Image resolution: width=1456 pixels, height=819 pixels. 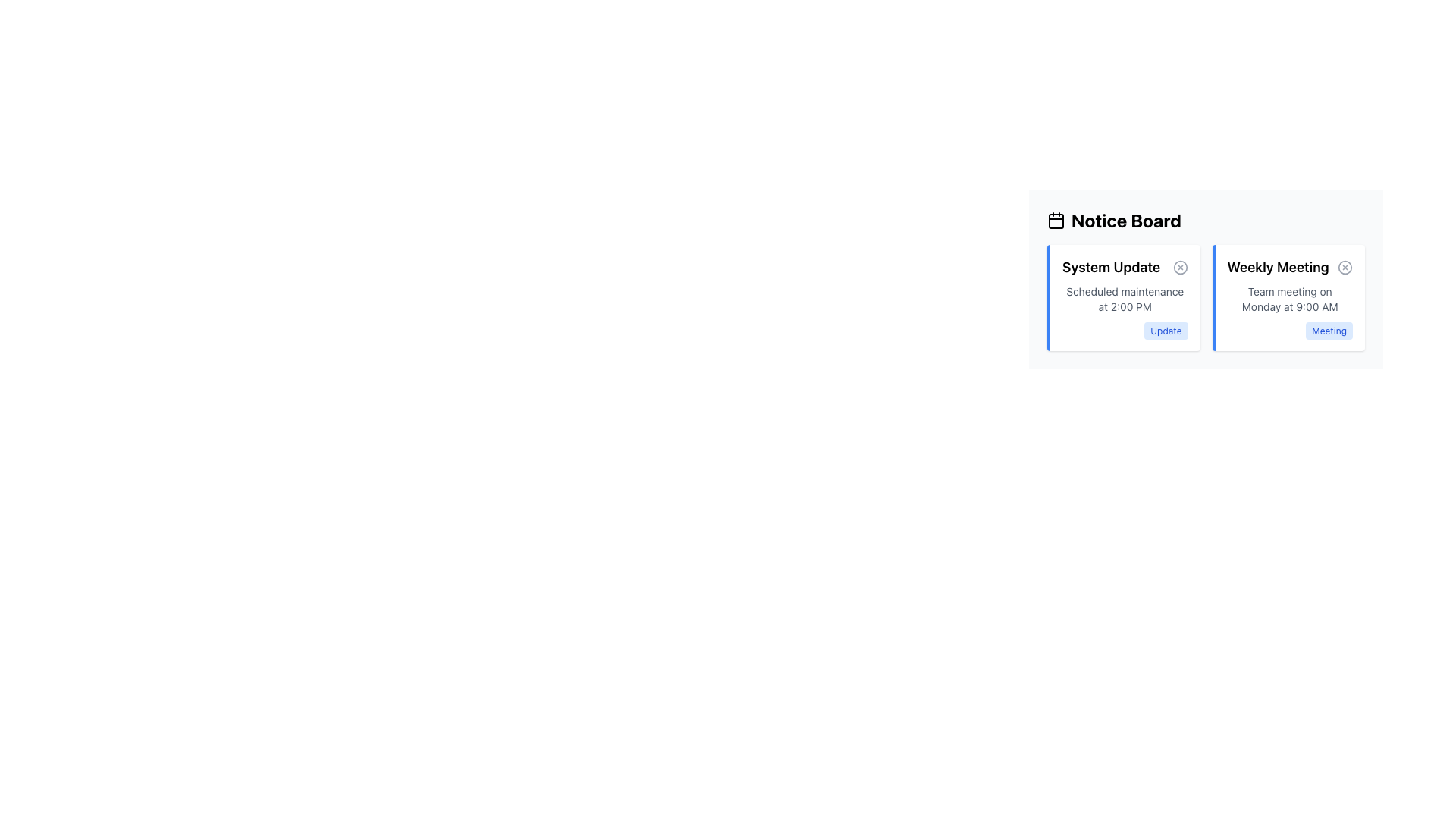 What do you see at coordinates (1289, 299) in the screenshot?
I see `the Text label that conveys specific details about a scheduled team meeting located beneath the 'Weekly Meeting' header and above the 'Meeting' label in the 'Weekly Meeting' card on the right side of the 'Notice Board' section` at bounding box center [1289, 299].